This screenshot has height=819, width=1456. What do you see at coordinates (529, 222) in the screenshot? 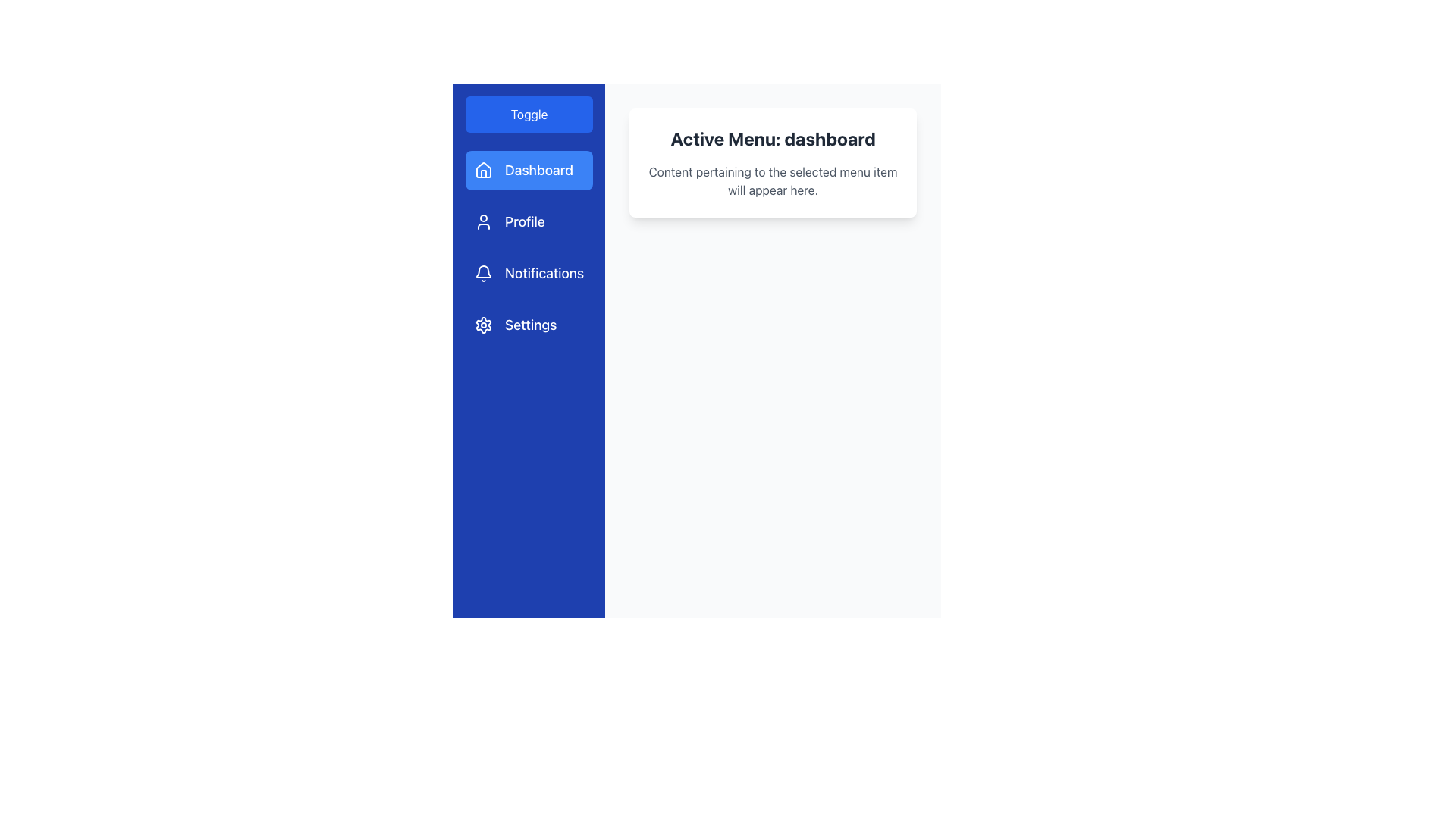
I see `the 'Profile' button, which has a blue background, a user silhouette icon on the left, and white text on the right` at bounding box center [529, 222].